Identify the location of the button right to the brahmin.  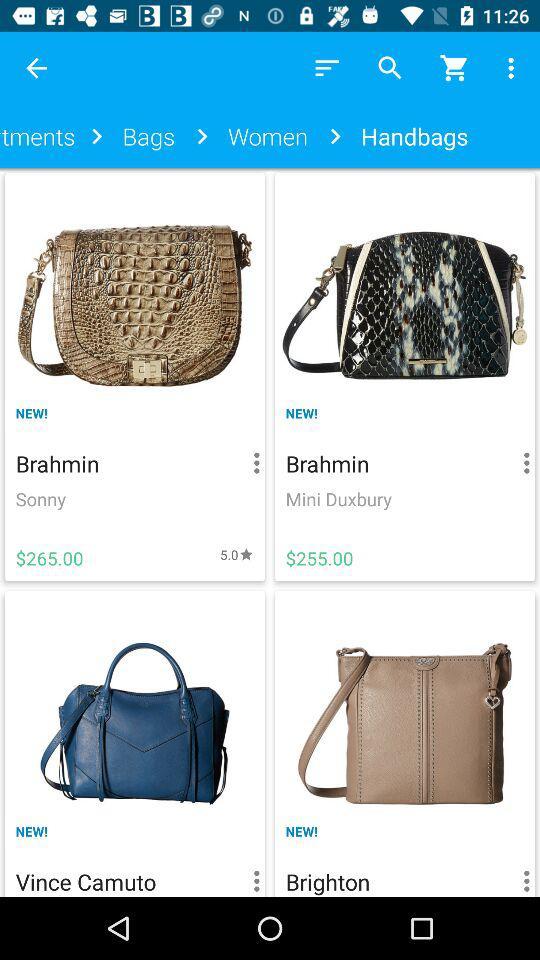
(520, 463).